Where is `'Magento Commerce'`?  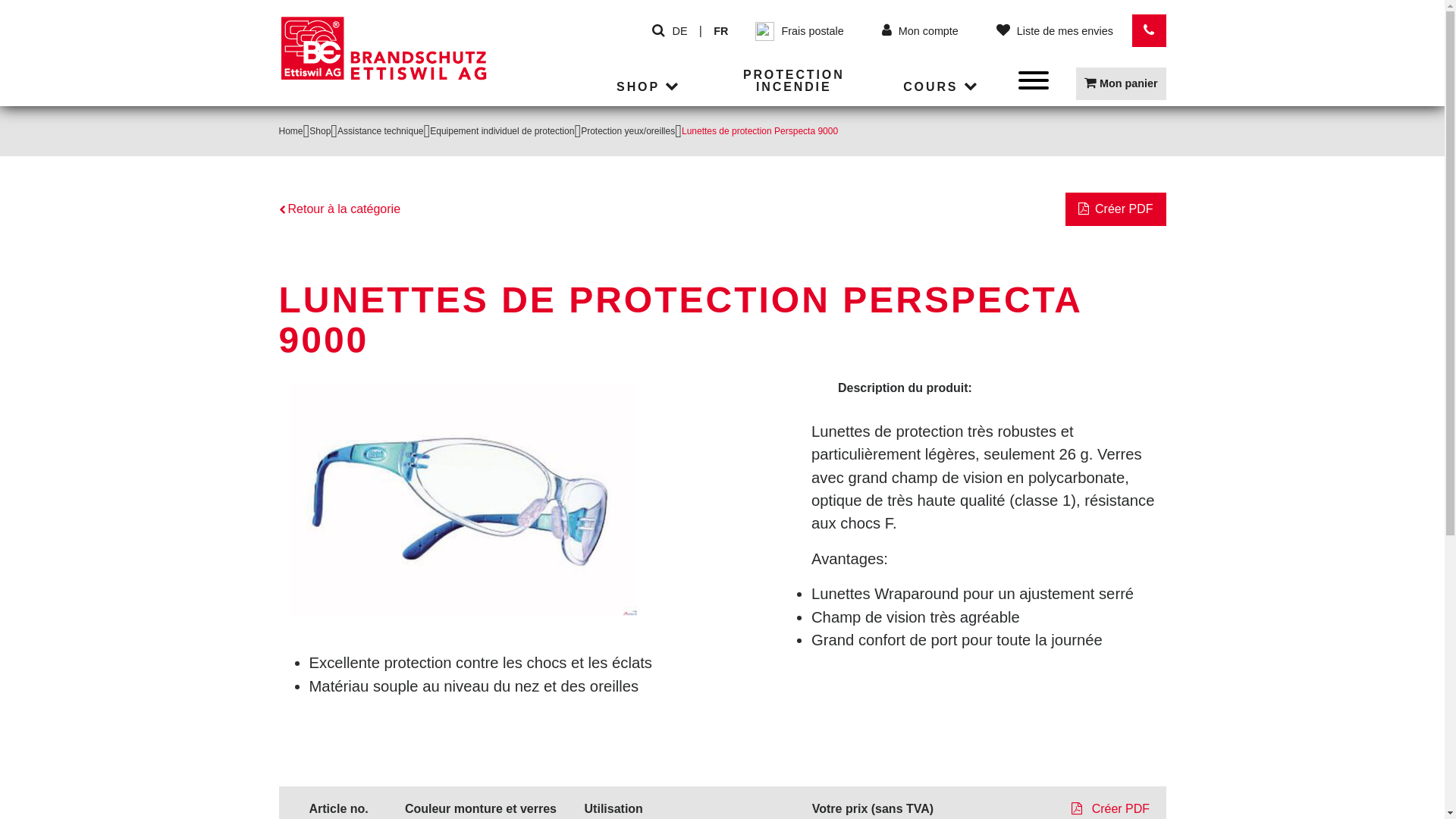
'Magento Commerce' is located at coordinates (279, 59).